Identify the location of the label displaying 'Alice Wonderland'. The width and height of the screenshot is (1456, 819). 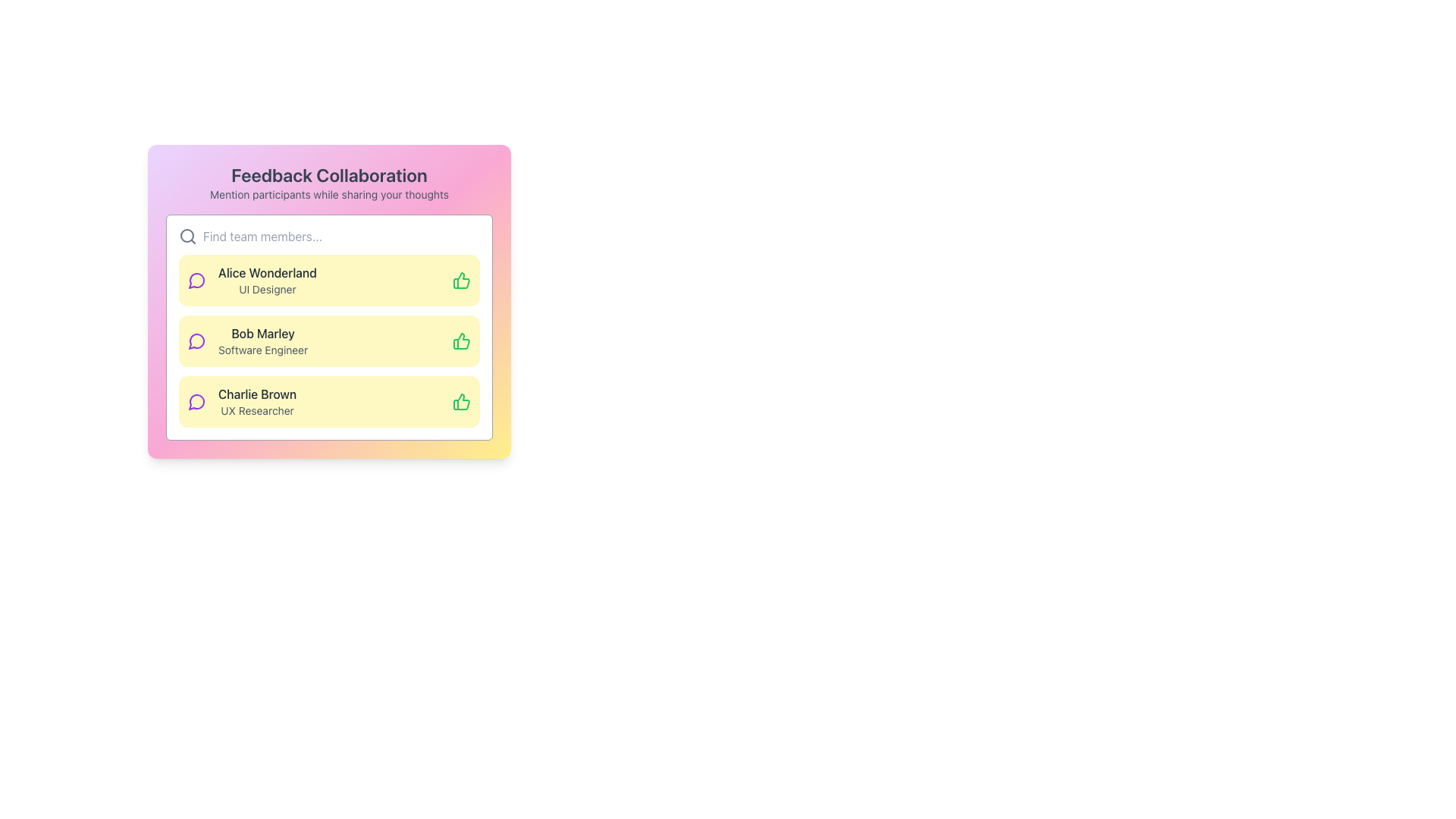
(267, 271).